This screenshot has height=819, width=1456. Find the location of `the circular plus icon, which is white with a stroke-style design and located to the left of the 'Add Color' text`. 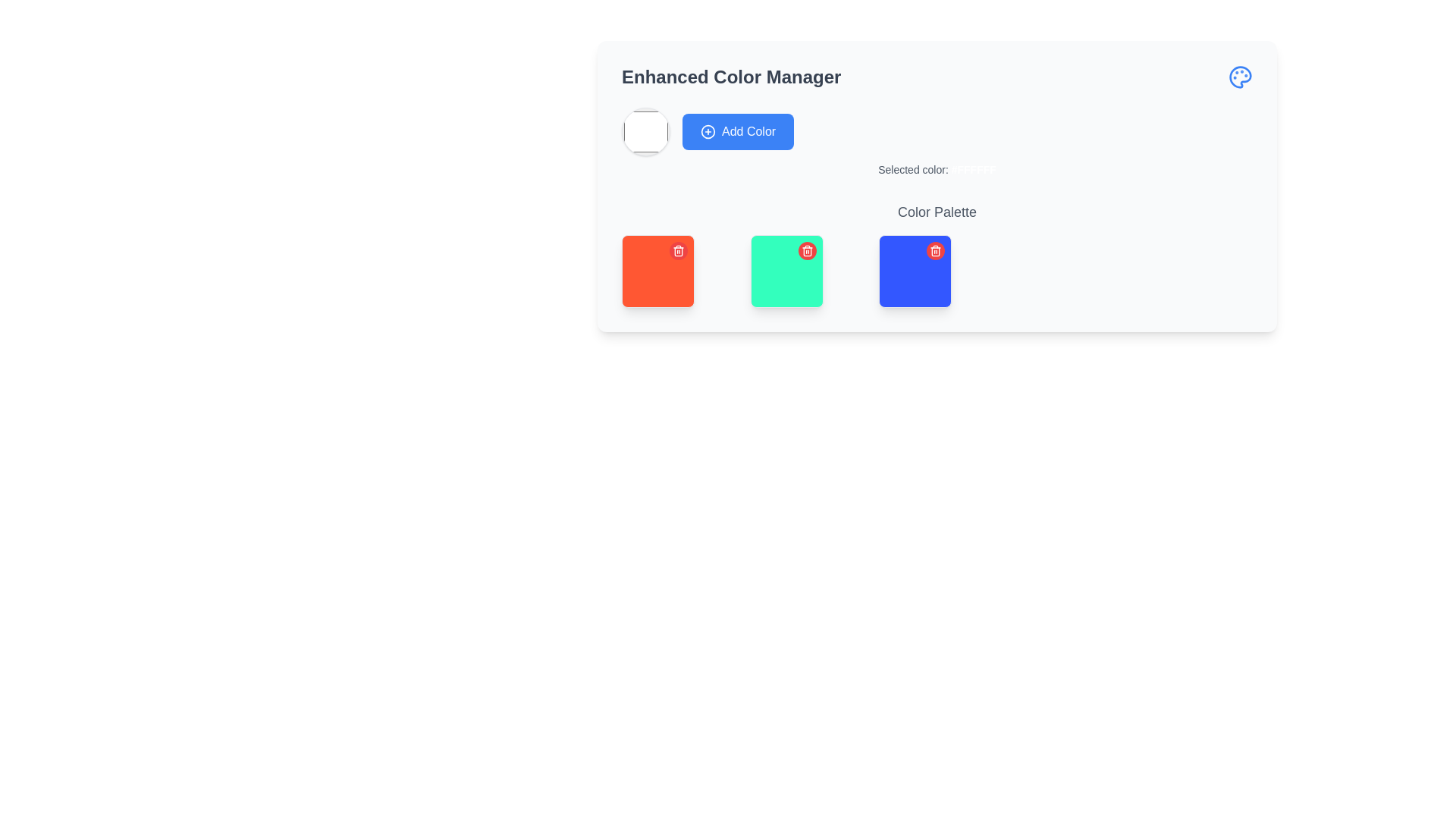

the circular plus icon, which is white with a stroke-style design and located to the left of the 'Add Color' text is located at coordinates (708, 130).